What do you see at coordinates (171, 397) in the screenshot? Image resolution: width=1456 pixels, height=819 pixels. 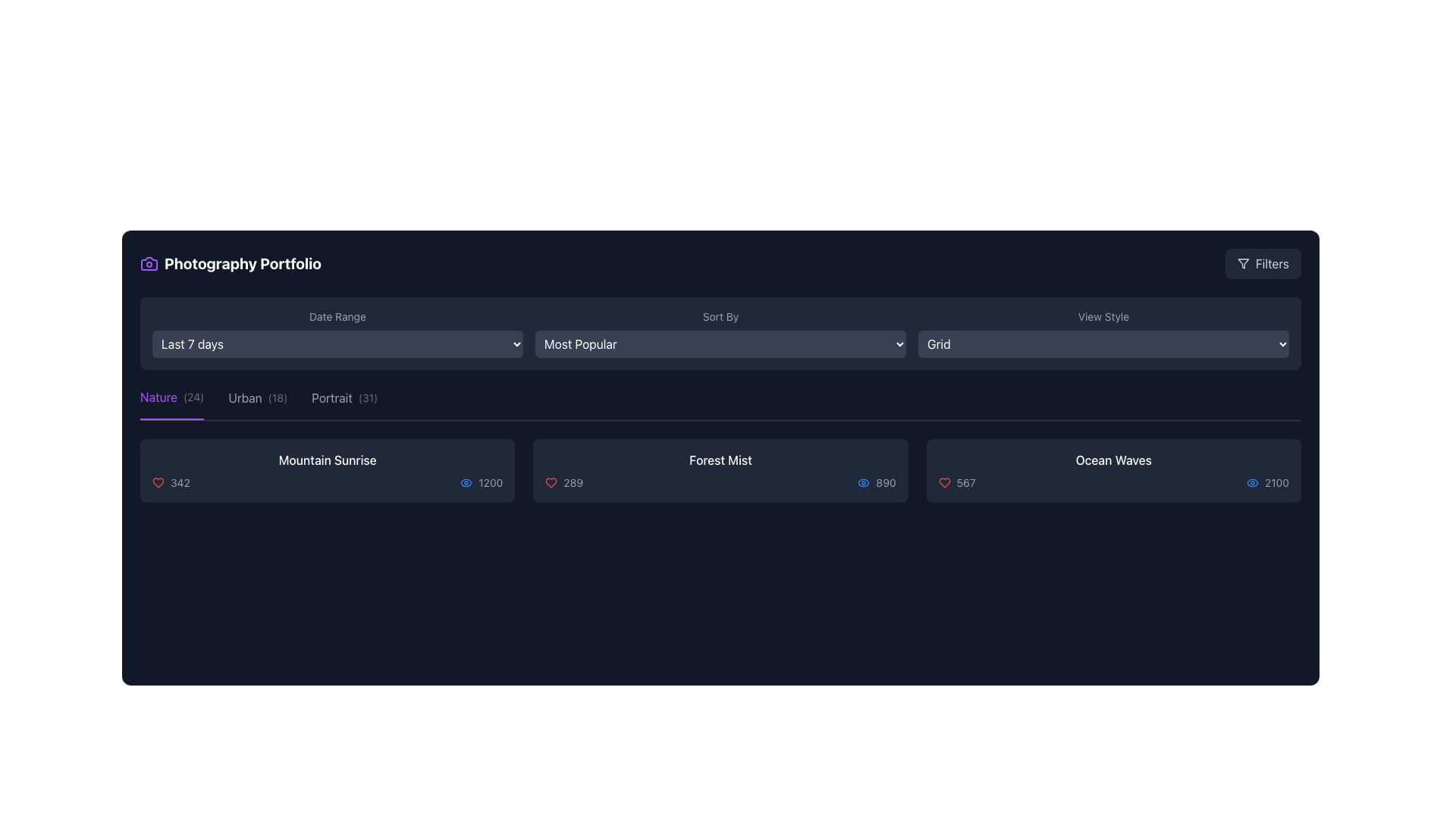 I see `the 'Nature' filter option, which is the first item in the horizontal menu and is currently active with an underline beneath it` at bounding box center [171, 397].